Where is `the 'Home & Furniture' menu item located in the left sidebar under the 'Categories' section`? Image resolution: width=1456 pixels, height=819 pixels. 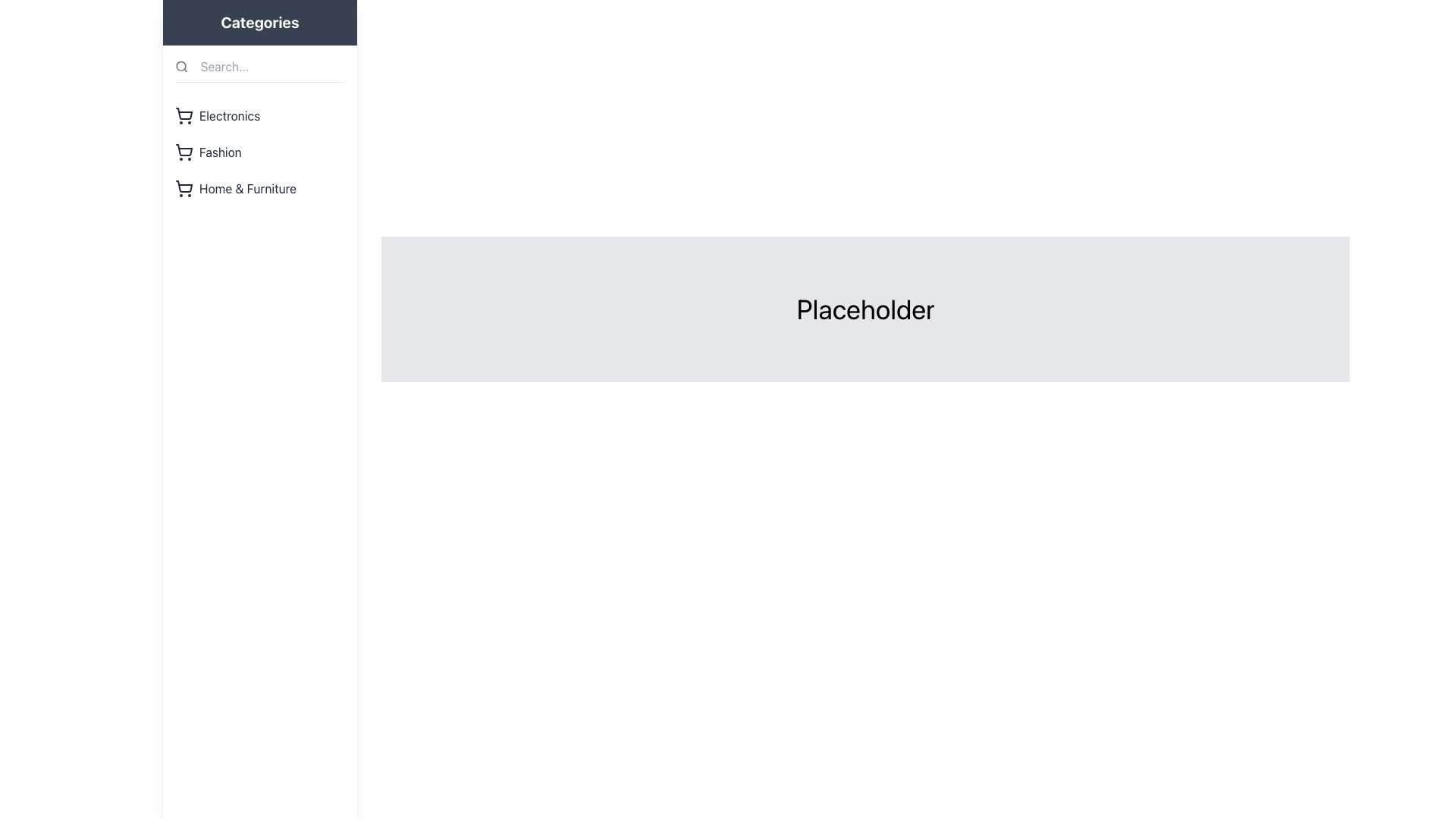
the 'Home & Furniture' menu item located in the left sidebar under the 'Categories' section is located at coordinates (247, 188).